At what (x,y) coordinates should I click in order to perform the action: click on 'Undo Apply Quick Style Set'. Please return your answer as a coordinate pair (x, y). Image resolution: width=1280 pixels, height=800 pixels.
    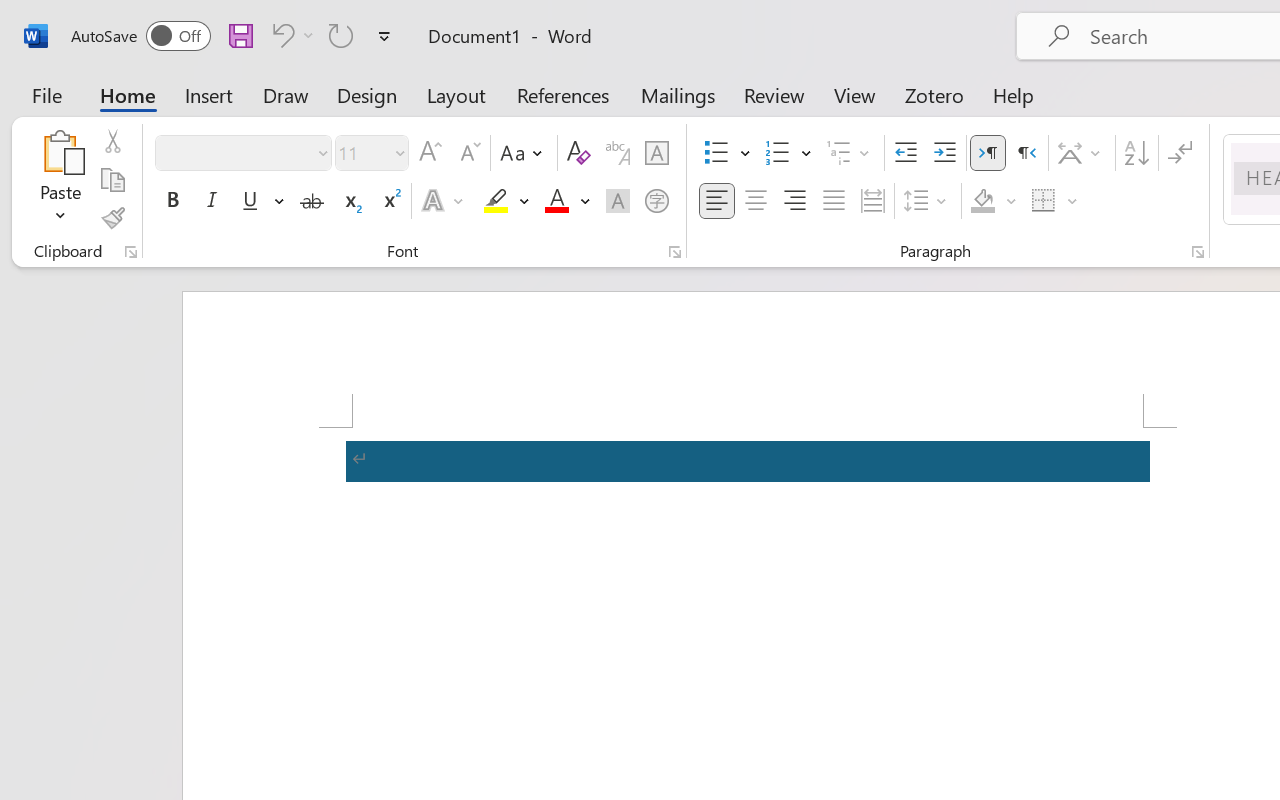
    Looking at the image, I should click on (279, 34).